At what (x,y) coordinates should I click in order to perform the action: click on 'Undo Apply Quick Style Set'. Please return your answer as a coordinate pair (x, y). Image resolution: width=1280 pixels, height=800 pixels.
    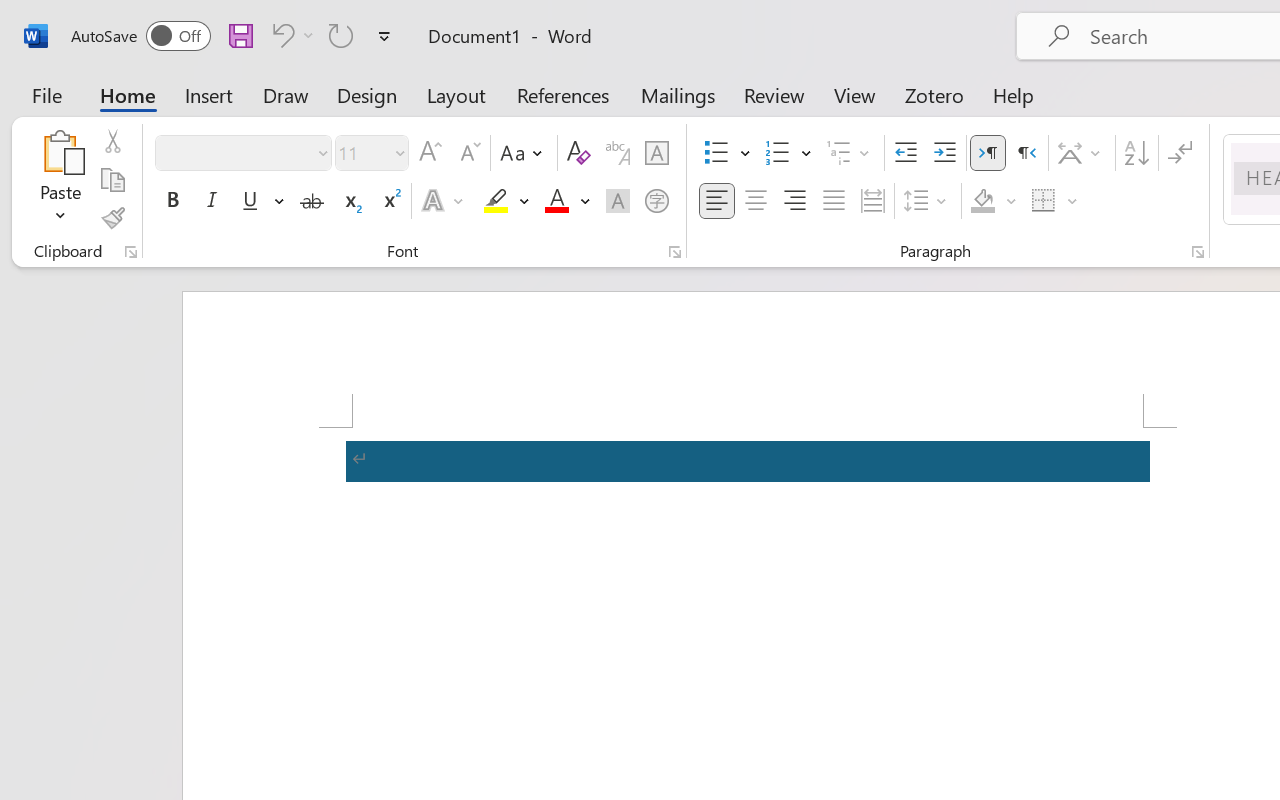
    Looking at the image, I should click on (279, 34).